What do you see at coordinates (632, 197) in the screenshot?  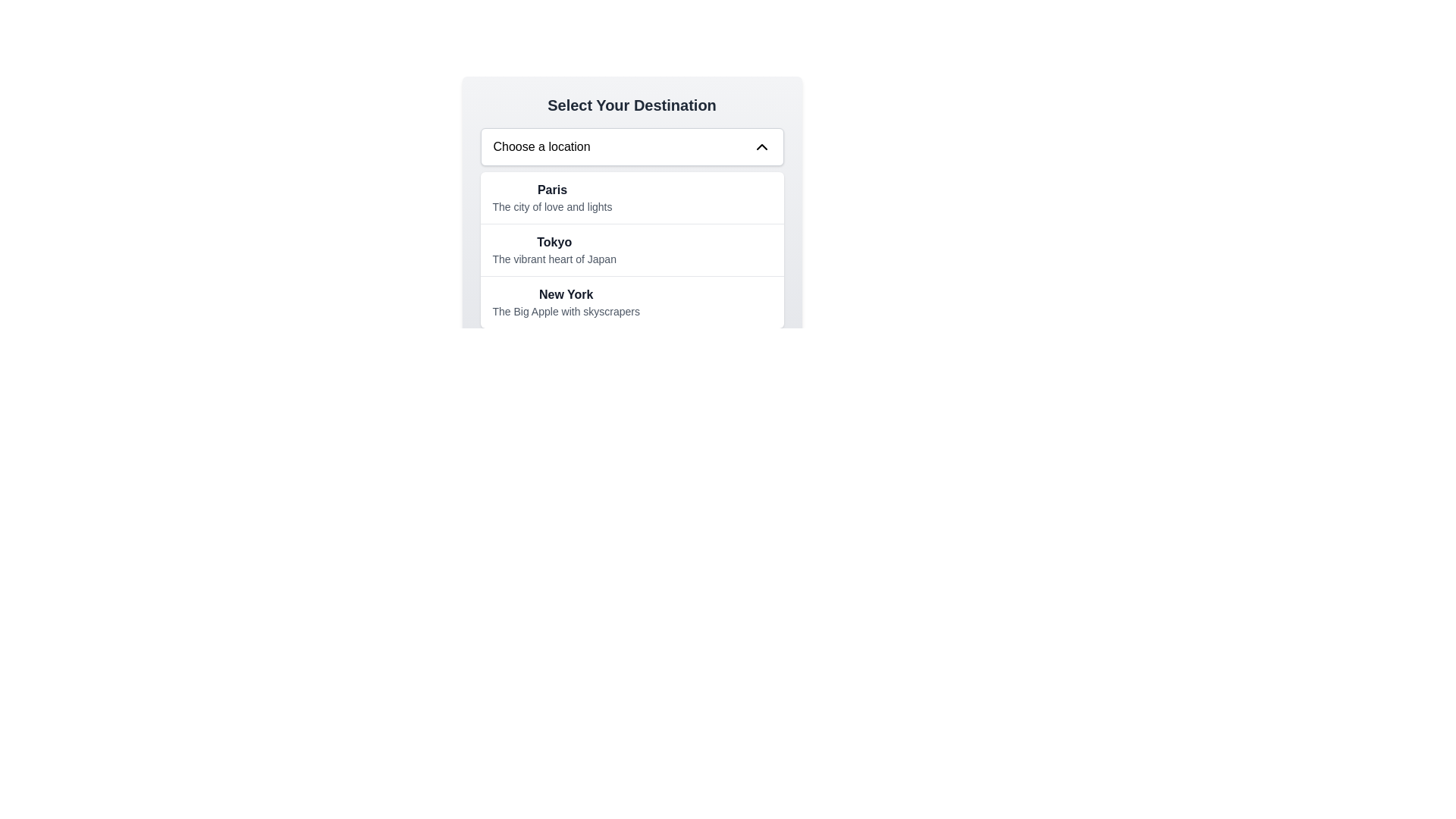 I see `to select the list item 'Paris', which is the first item in the dropdown menu labeled 'Choose a location'` at bounding box center [632, 197].